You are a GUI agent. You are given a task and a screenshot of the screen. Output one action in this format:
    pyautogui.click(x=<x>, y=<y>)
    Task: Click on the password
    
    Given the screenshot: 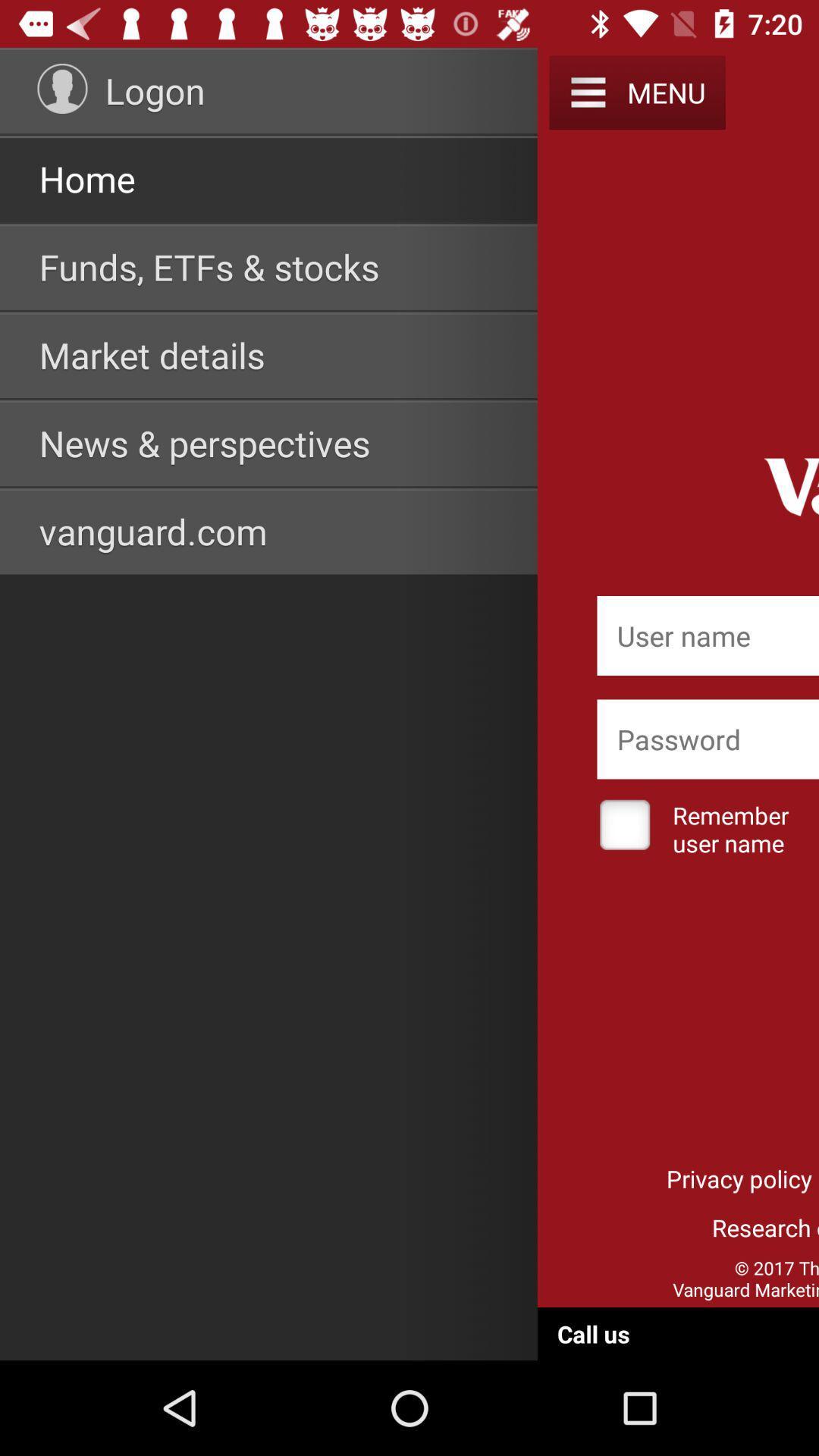 What is the action you would take?
    pyautogui.click(x=708, y=739)
    